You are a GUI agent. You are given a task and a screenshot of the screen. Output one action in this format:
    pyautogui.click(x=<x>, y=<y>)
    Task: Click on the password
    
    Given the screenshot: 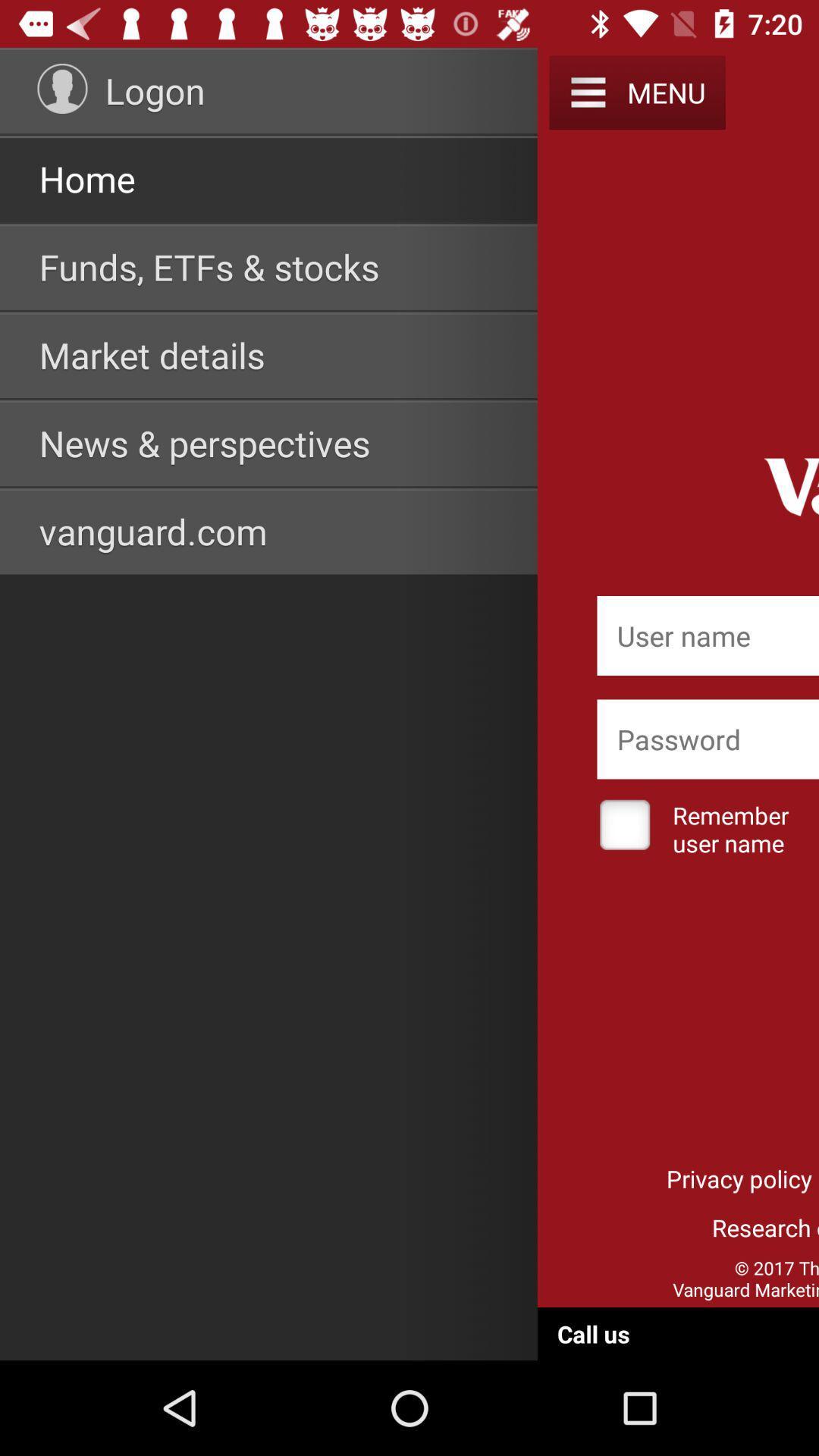 What is the action you would take?
    pyautogui.click(x=708, y=739)
    